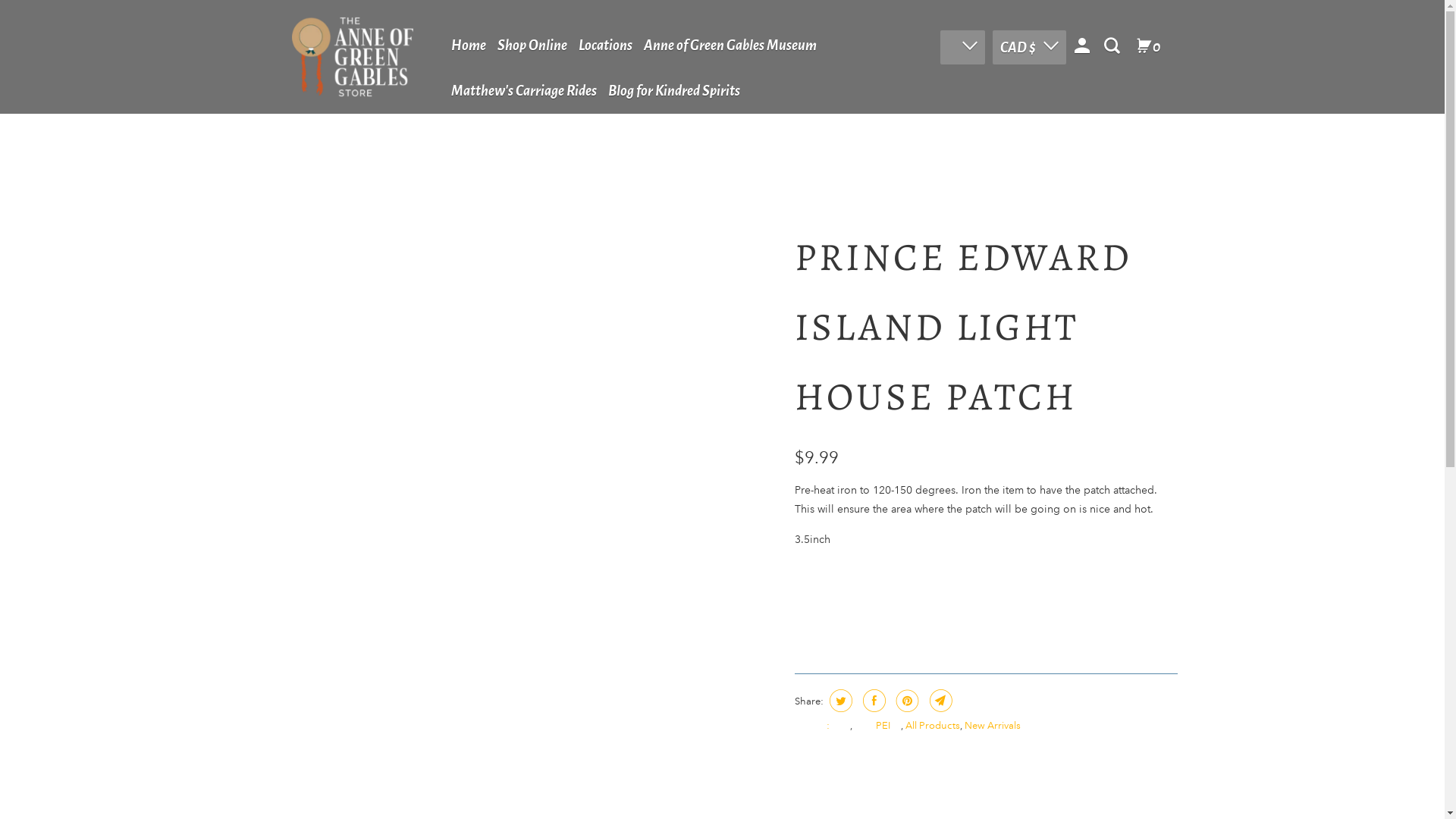  Describe the element at coordinates (1147, 45) in the screenshot. I see `'0'` at that location.